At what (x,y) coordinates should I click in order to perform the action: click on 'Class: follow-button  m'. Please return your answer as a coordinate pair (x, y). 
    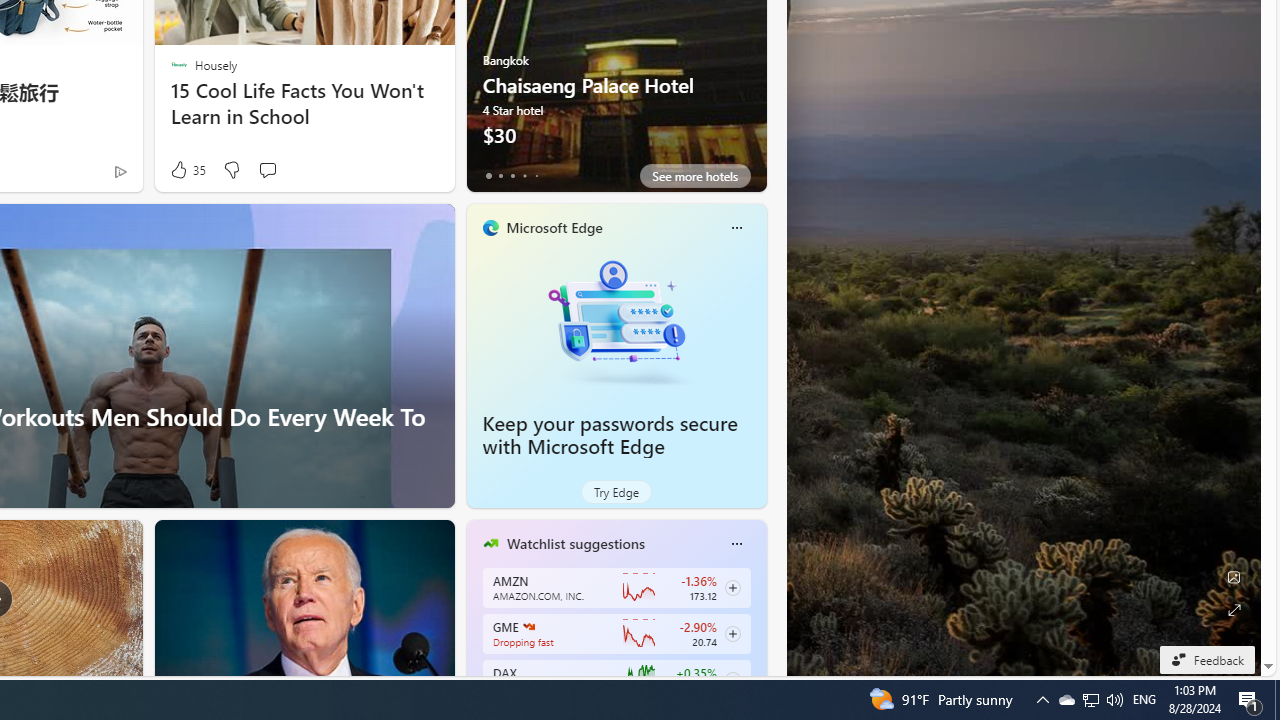
    Looking at the image, I should click on (731, 679).